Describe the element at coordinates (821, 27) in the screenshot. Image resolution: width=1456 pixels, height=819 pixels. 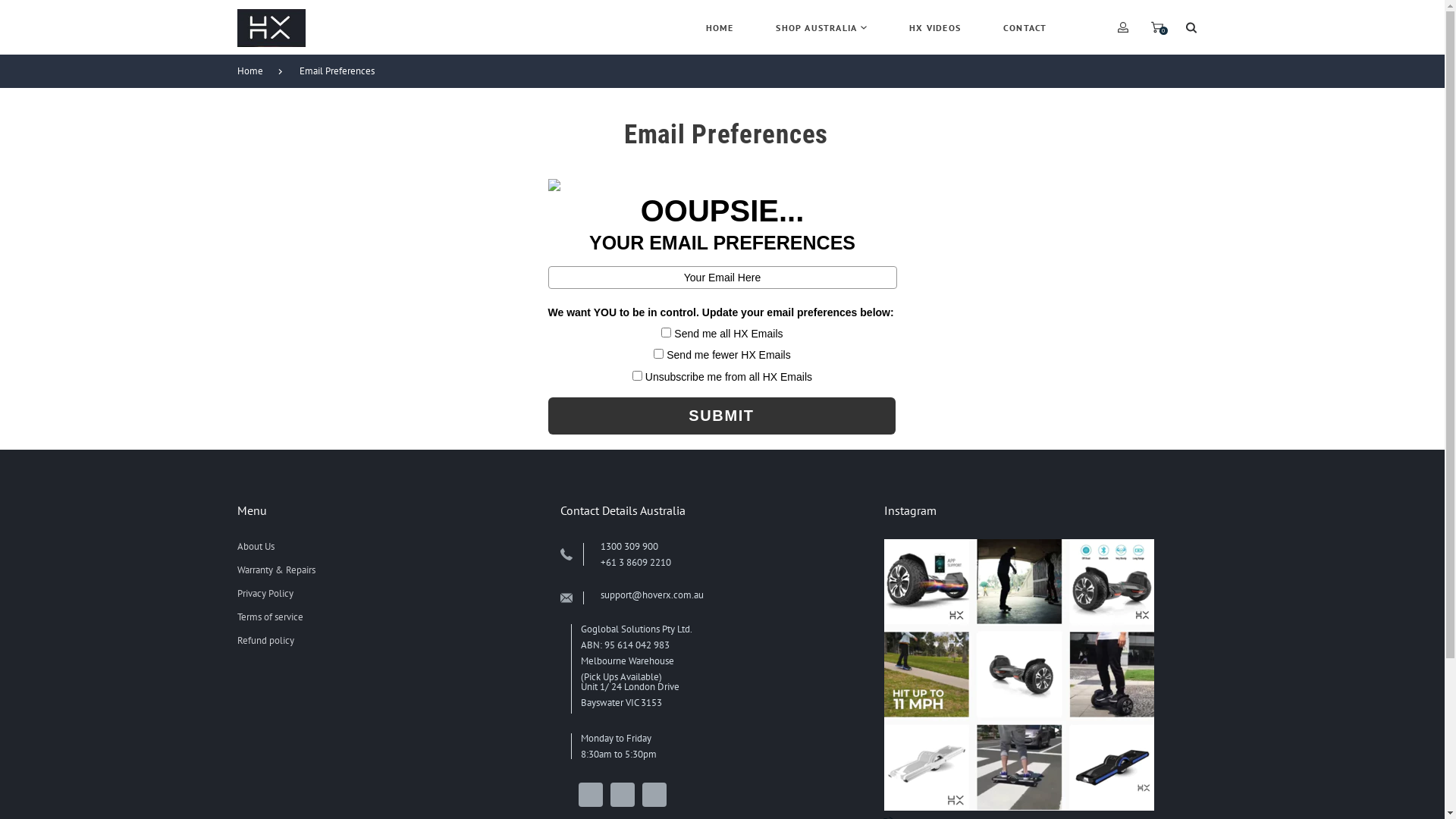
I see `'SHOP AUSTRALIA'` at that location.